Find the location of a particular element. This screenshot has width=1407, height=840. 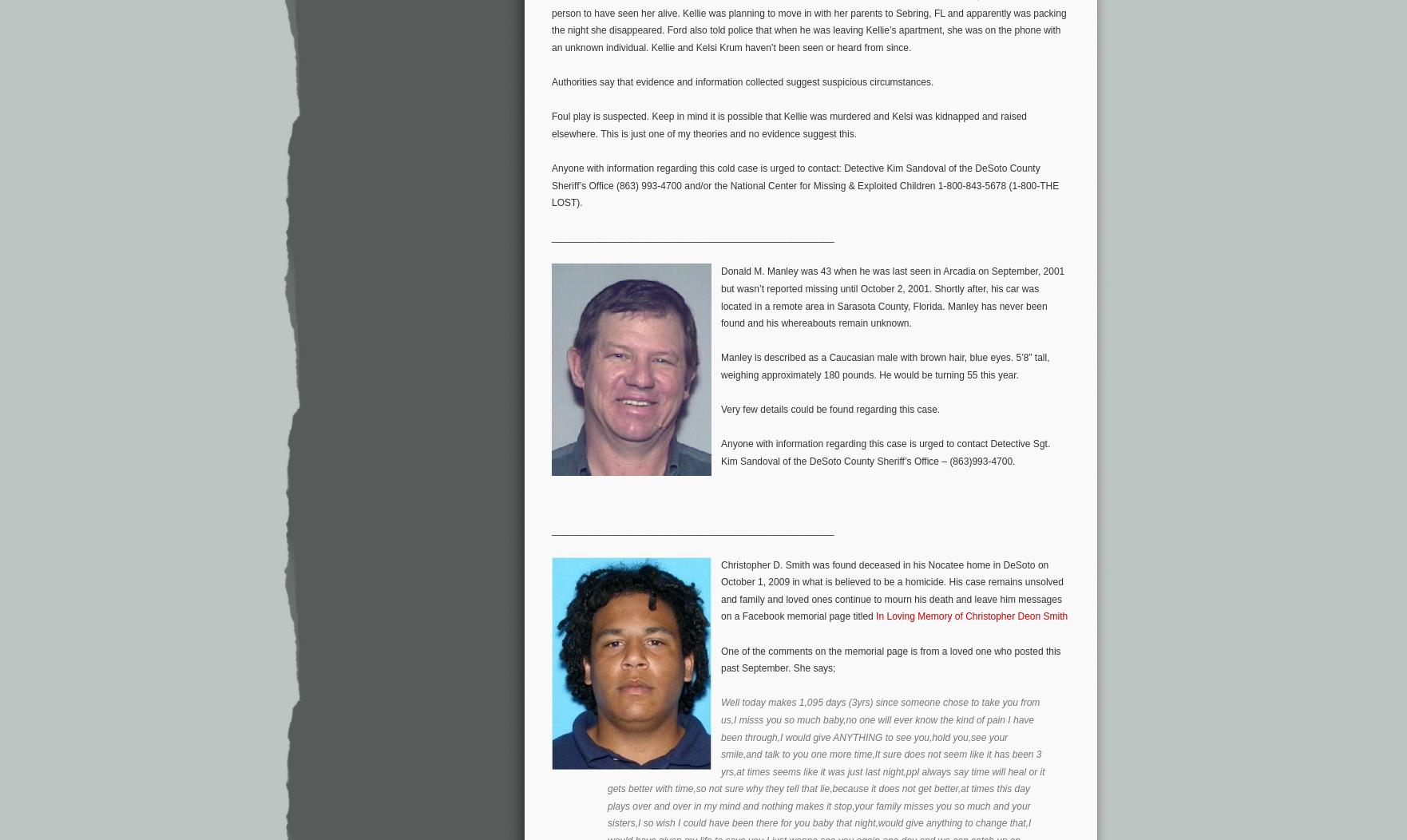

'Manley is described as a Caucasian male with brown hair, blue eyes. 5’8” tall, weighing approximately 180 pounds. He would be turning 55 this year.' is located at coordinates (885, 366).